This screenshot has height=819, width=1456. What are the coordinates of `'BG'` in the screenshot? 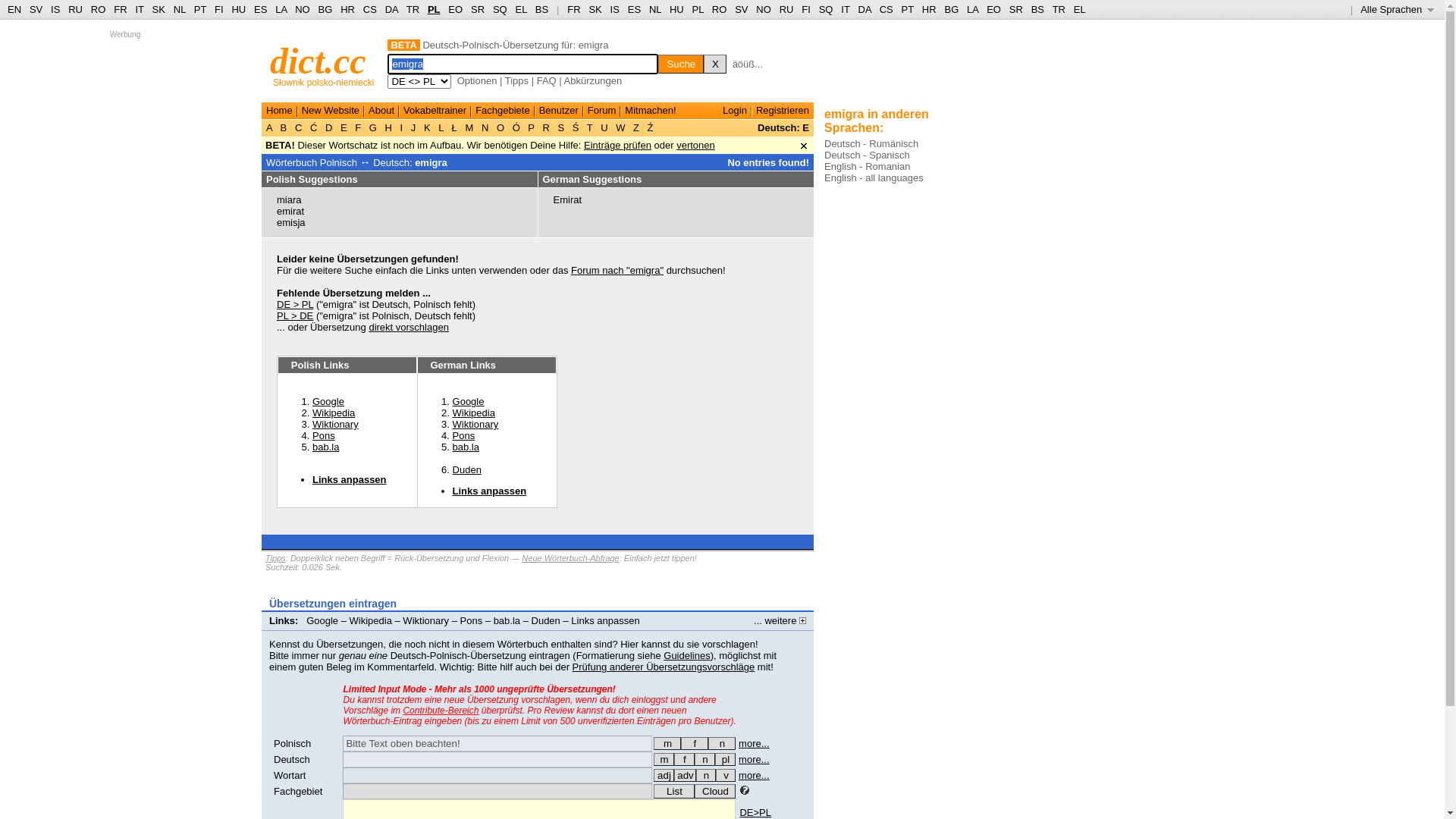 It's located at (325, 9).